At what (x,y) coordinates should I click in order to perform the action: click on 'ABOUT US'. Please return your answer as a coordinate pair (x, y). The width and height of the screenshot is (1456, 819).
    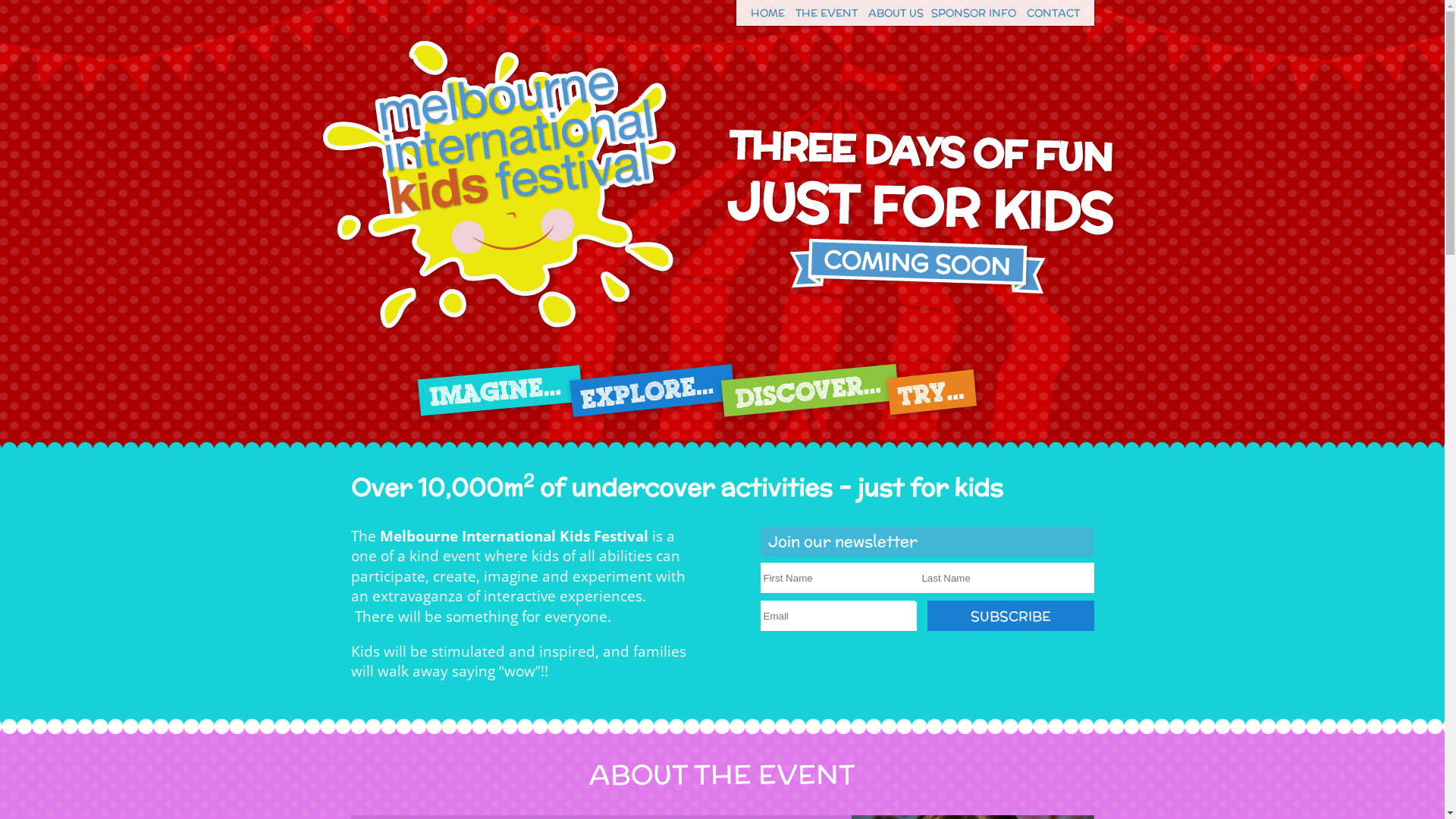
    Looking at the image, I should click on (895, 12).